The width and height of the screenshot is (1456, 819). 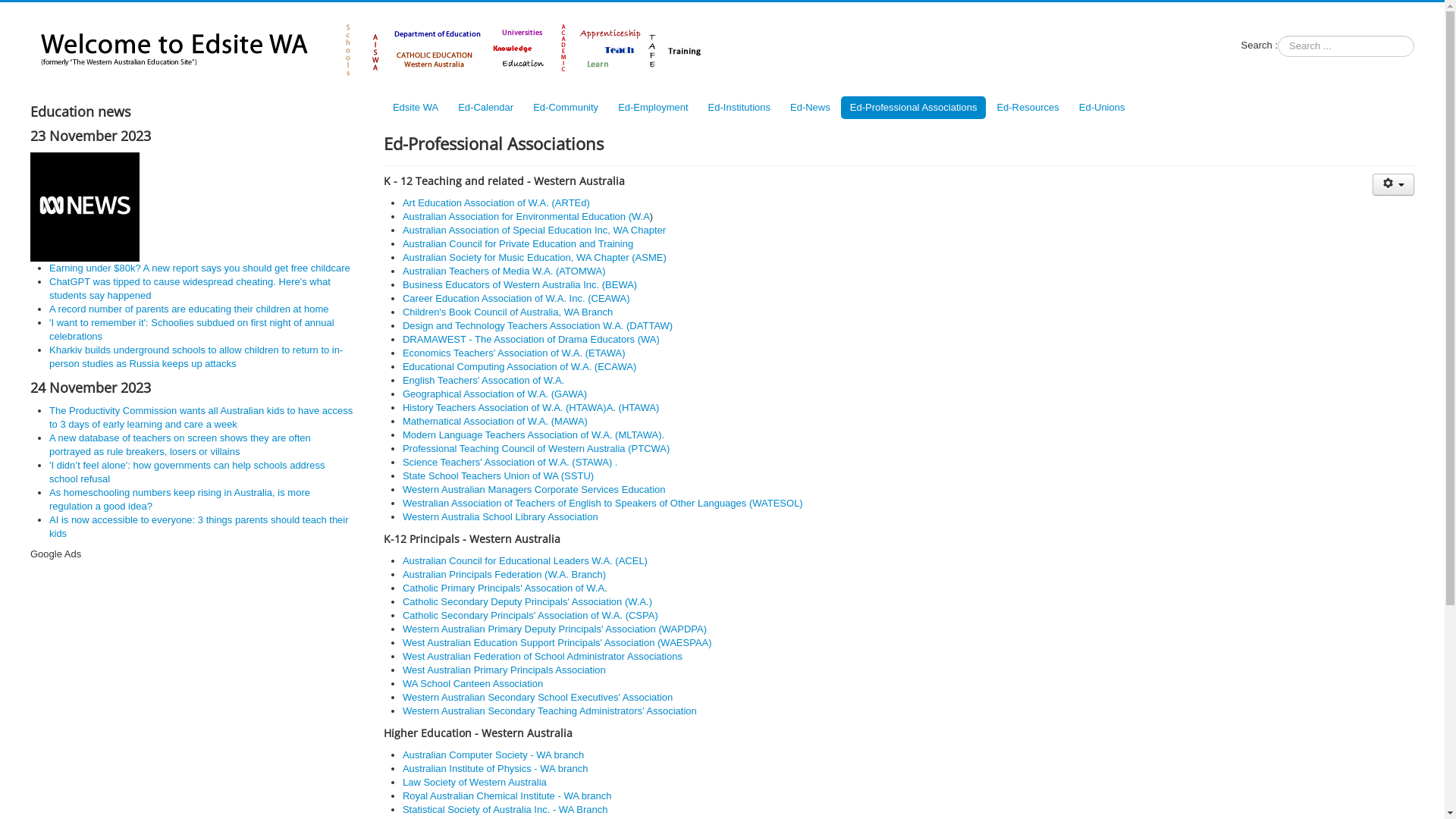 I want to click on 'Ed-Employment', so click(x=652, y=107).